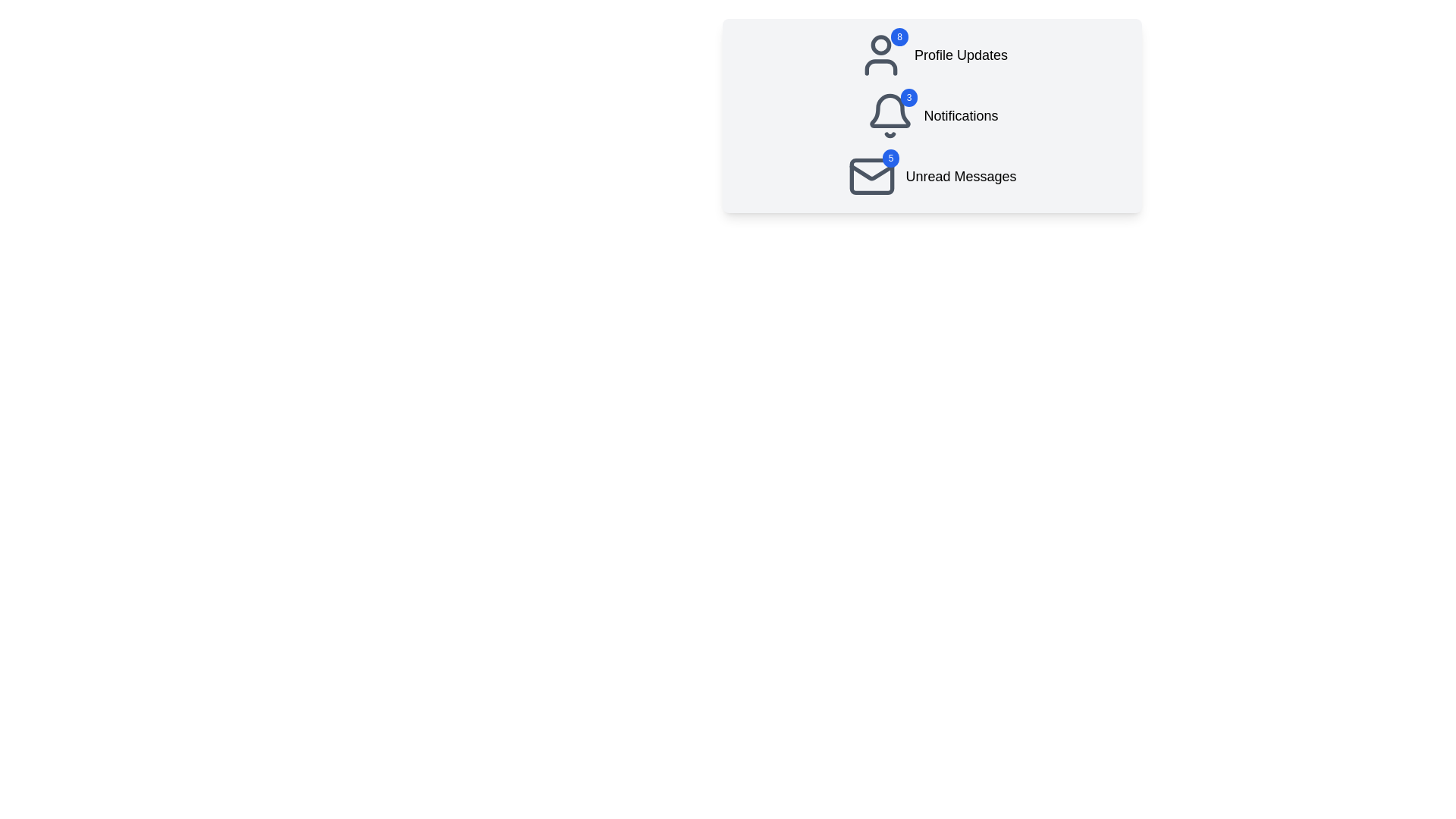 This screenshot has height=819, width=1456. I want to click on the Notification Indicator, which displays the count of notifications and is located between the 'Profile Updates' icon and the 'Unread Messages' icon in a vertical list, so click(931, 115).